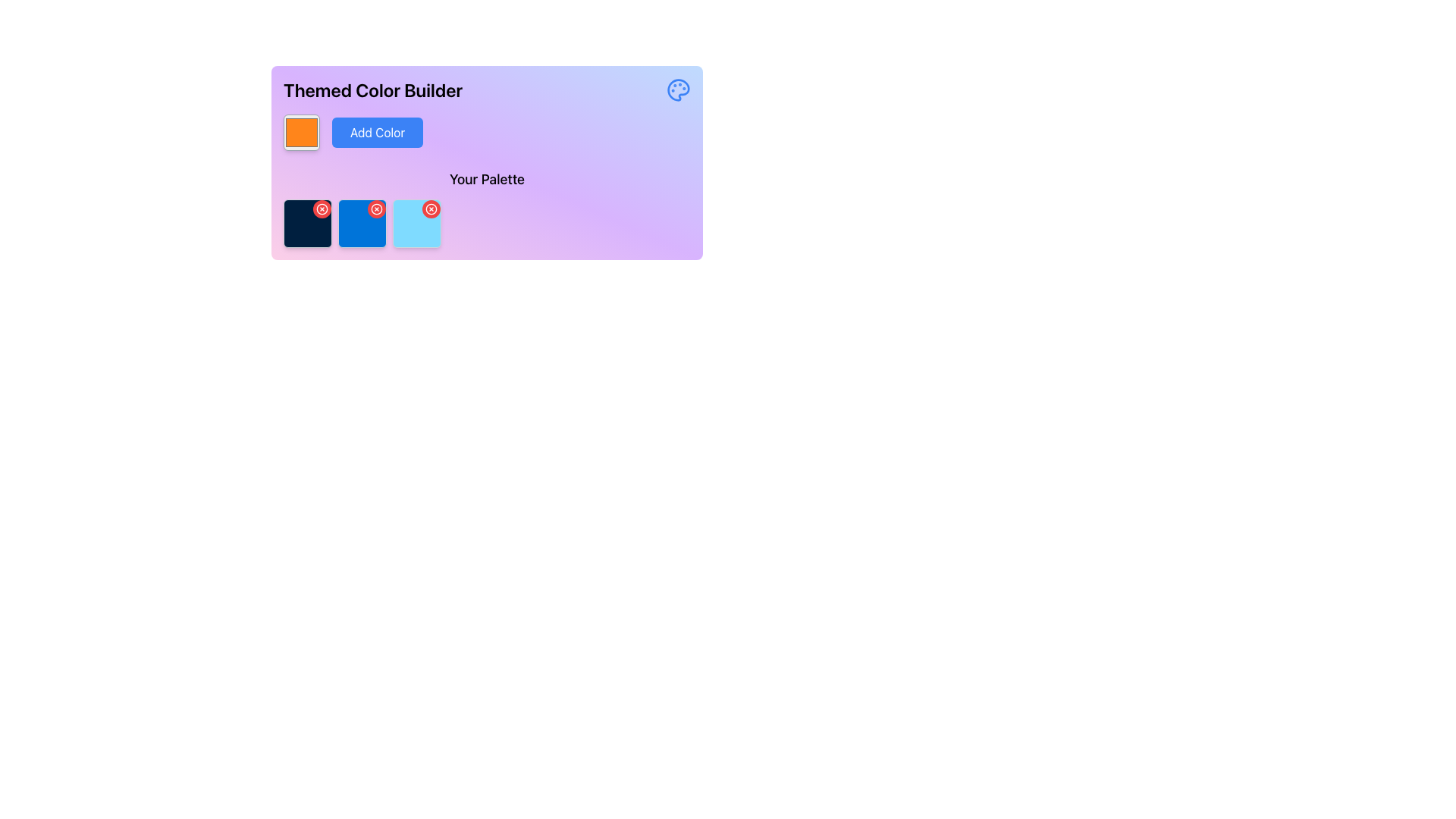 Image resolution: width=1456 pixels, height=819 pixels. What do you see at coordinates (362, 223) in the screenshot?
I see `the second color box in the 'Your Palette' section` at bounding box center [362, 223].